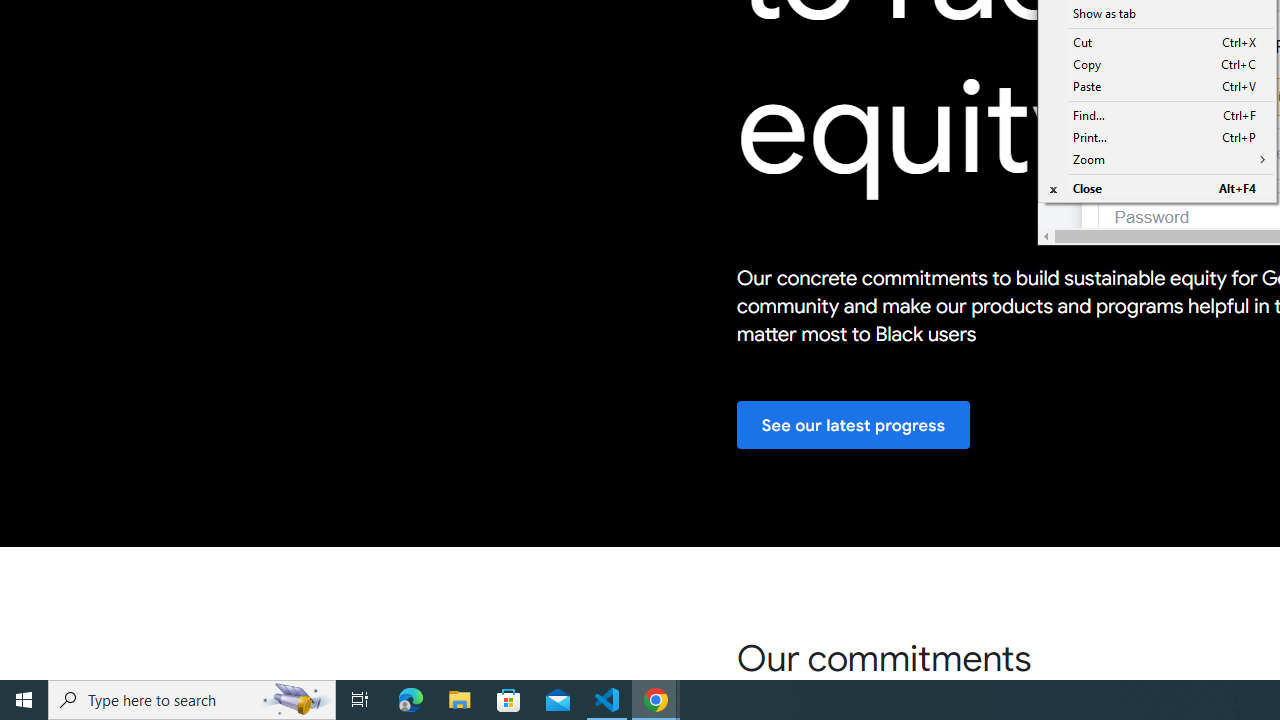  What do you see at coordinates (1157, 42) in the screenshot?
I see `'Cut	Ctrl+X'` at bounding box center [1157, 42].